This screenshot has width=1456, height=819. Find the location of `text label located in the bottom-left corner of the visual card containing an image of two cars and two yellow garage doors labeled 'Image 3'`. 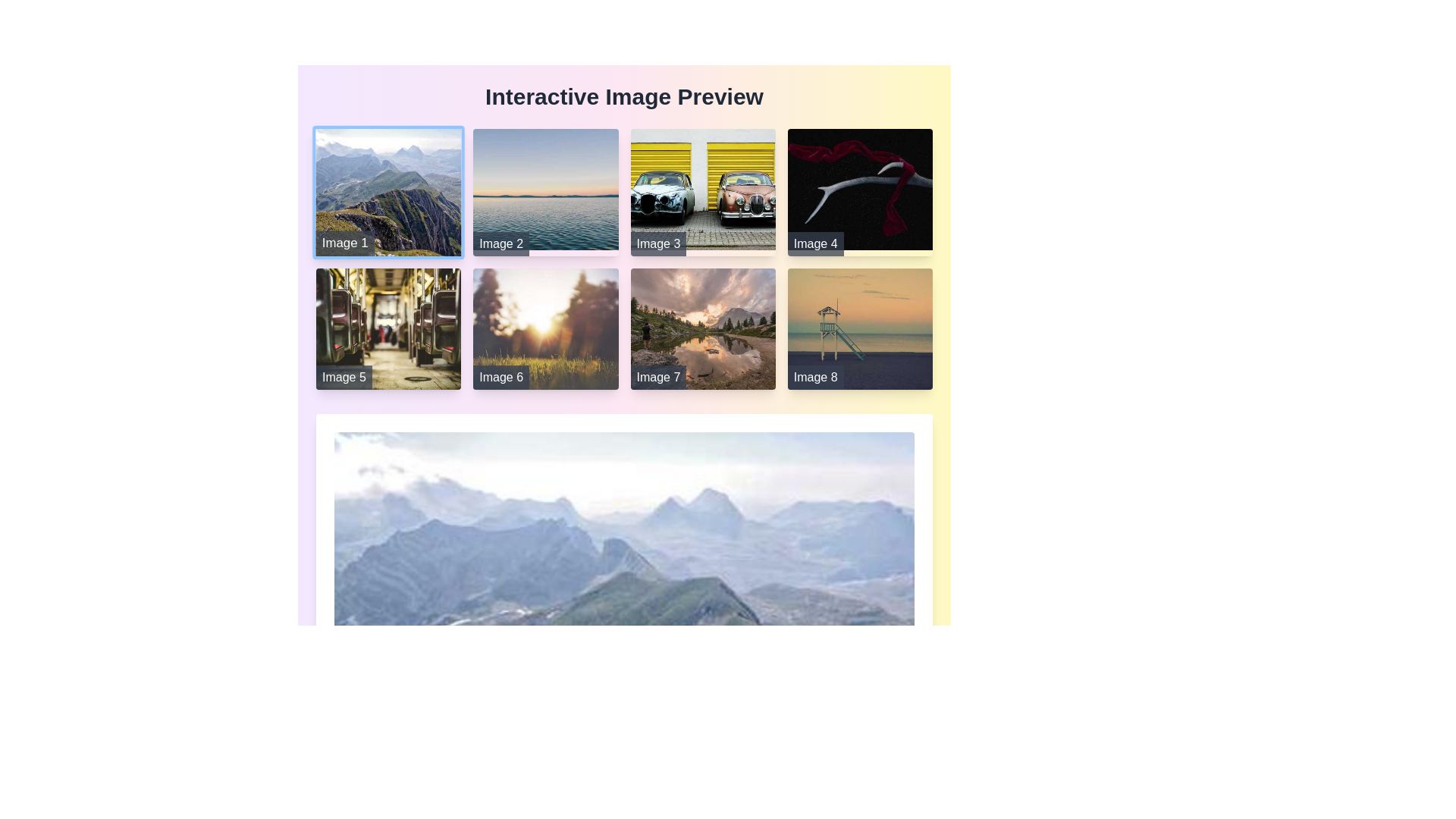

text label located in the bottom-left corner of the visual card containing an image of two cars and two yellow garage doors labeled 'Image 3' is located at coordinates (658, 243).